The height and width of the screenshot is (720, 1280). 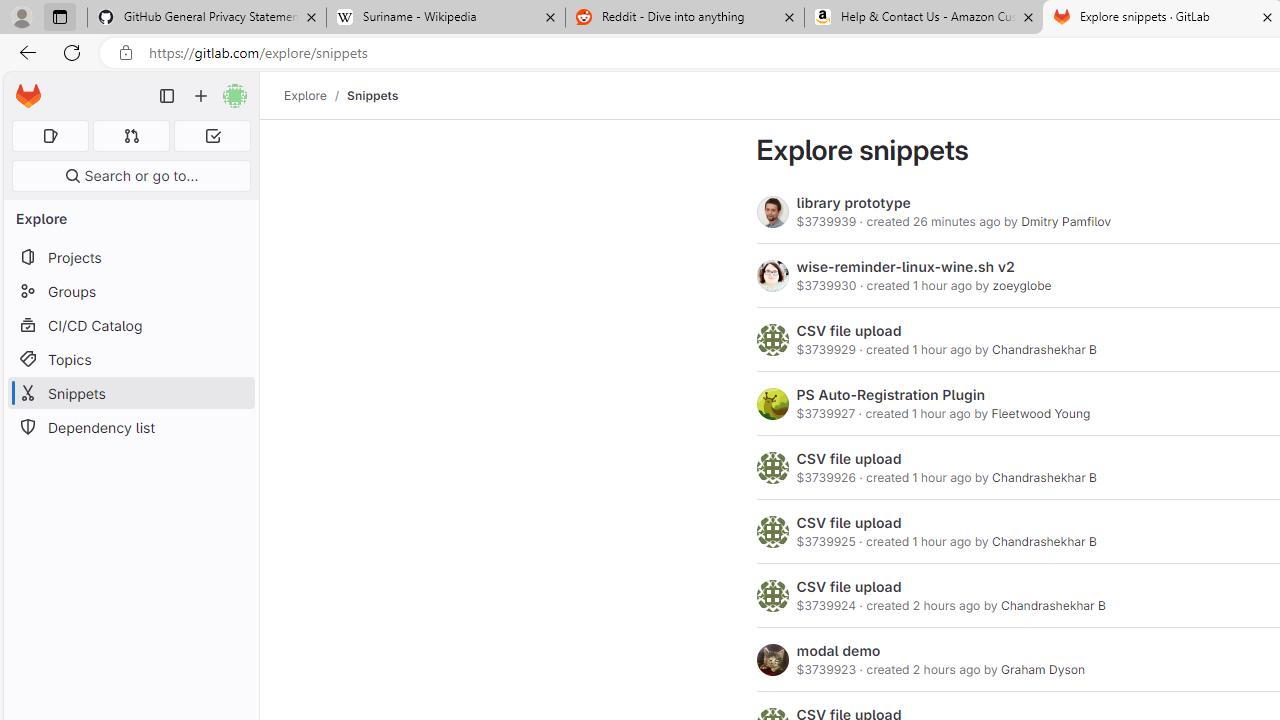 What do you see at coordinates (923, 17) in the screenshot?
I see `'Help & Contact Us - Amazon Customer Service'` at bounding box center [923, 17].